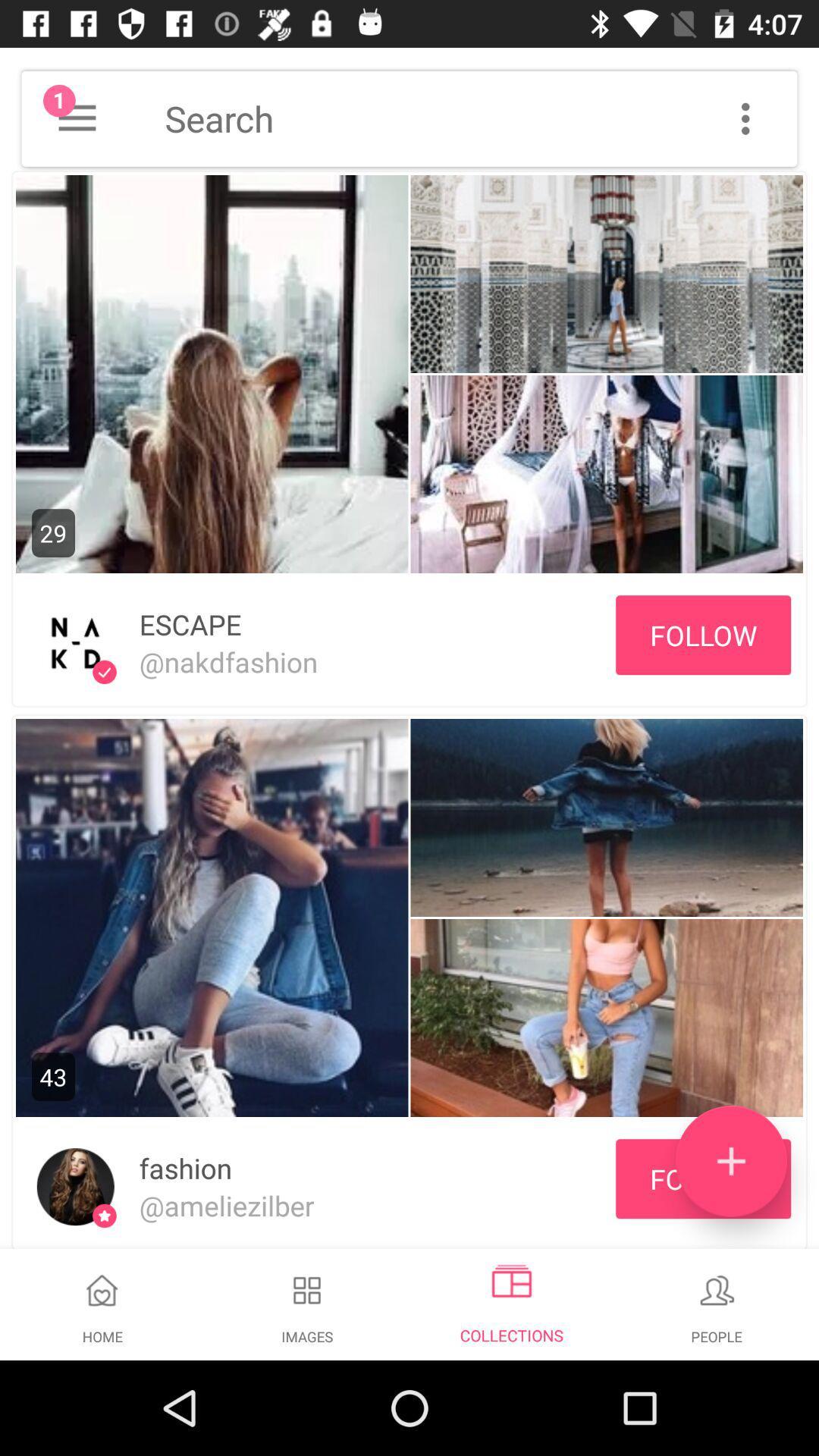  What do you see at coordinates (481, 118) in the screenshot?
I see `search query` at bounding box center [481, 118].